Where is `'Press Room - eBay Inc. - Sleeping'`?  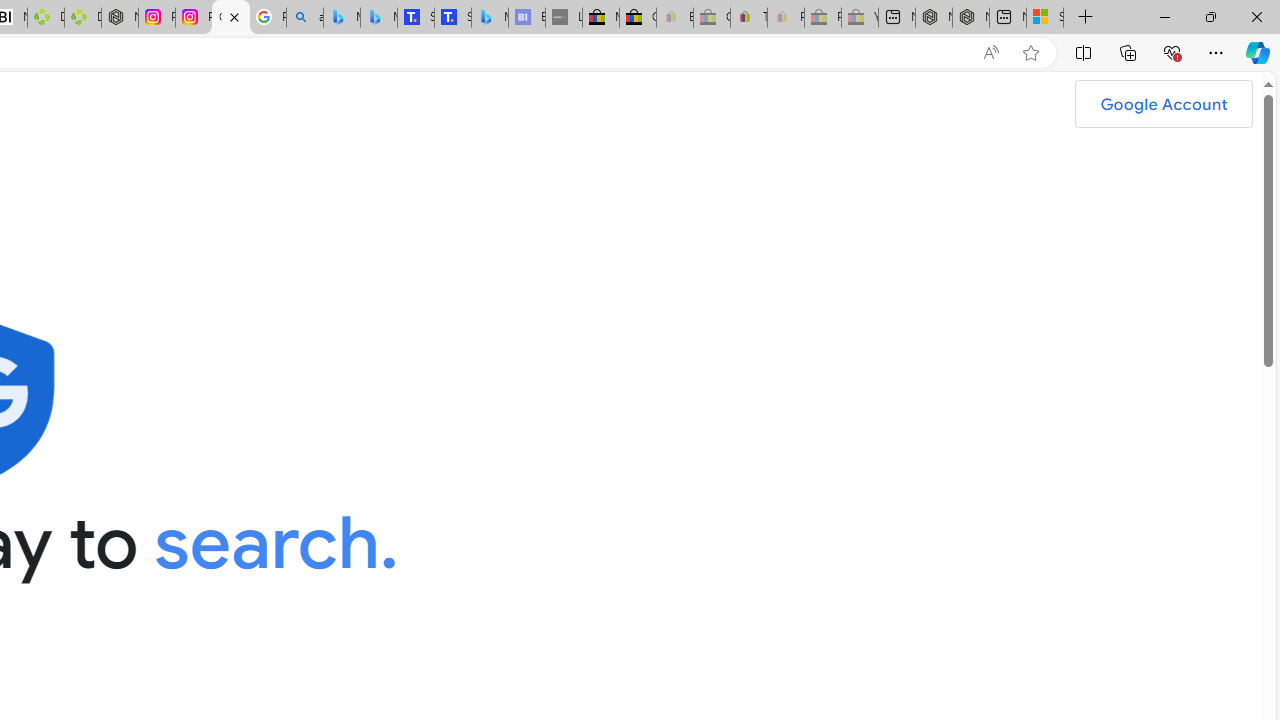 'Press Room - eBay Inc. - Sleeping' is located at coordinates (823, 17).